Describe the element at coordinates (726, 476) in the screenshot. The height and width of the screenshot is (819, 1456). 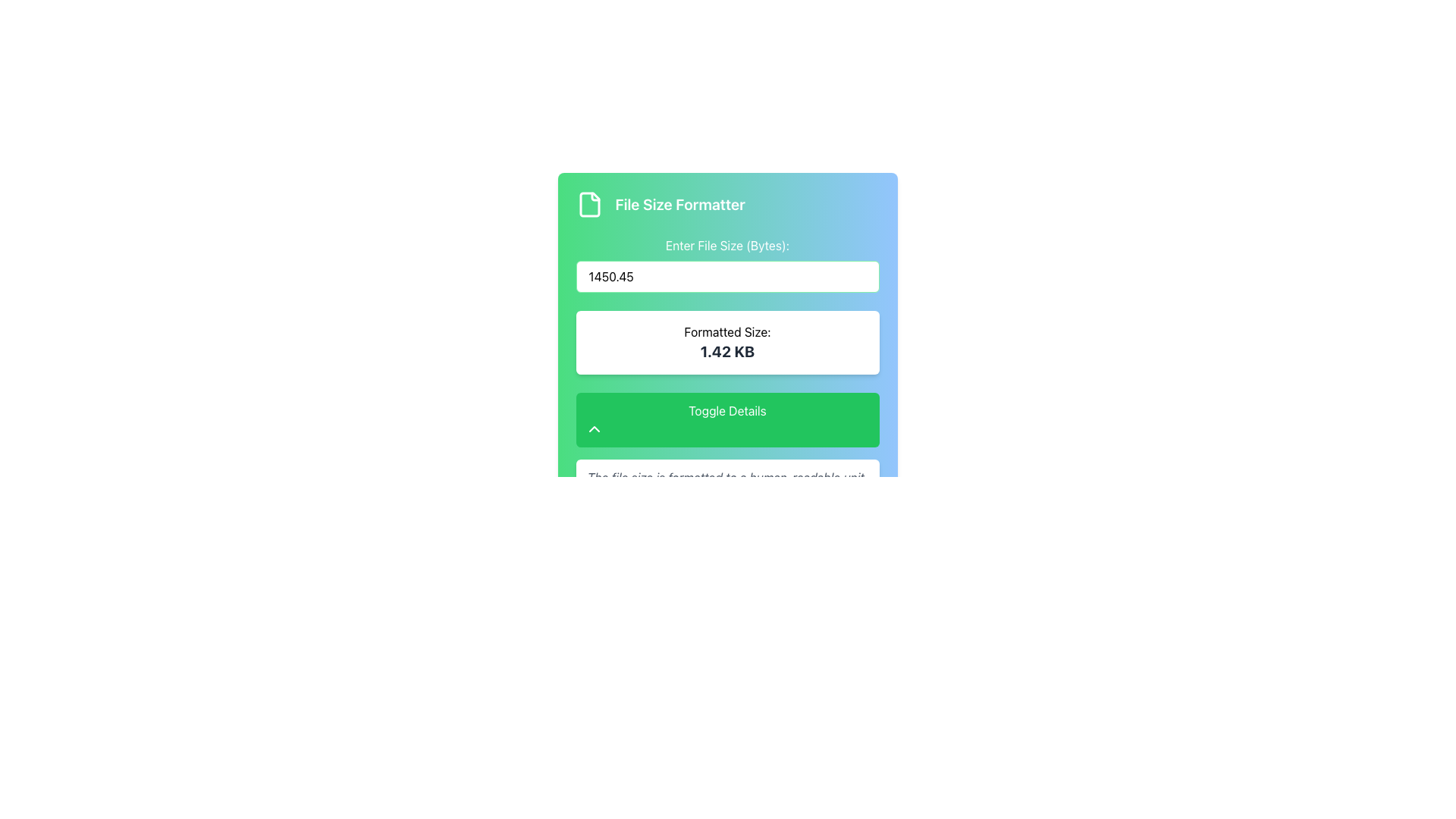
I see `informative text block located at the bottom of the containing card, directly below the 'Toggle Details' green button` at that location.